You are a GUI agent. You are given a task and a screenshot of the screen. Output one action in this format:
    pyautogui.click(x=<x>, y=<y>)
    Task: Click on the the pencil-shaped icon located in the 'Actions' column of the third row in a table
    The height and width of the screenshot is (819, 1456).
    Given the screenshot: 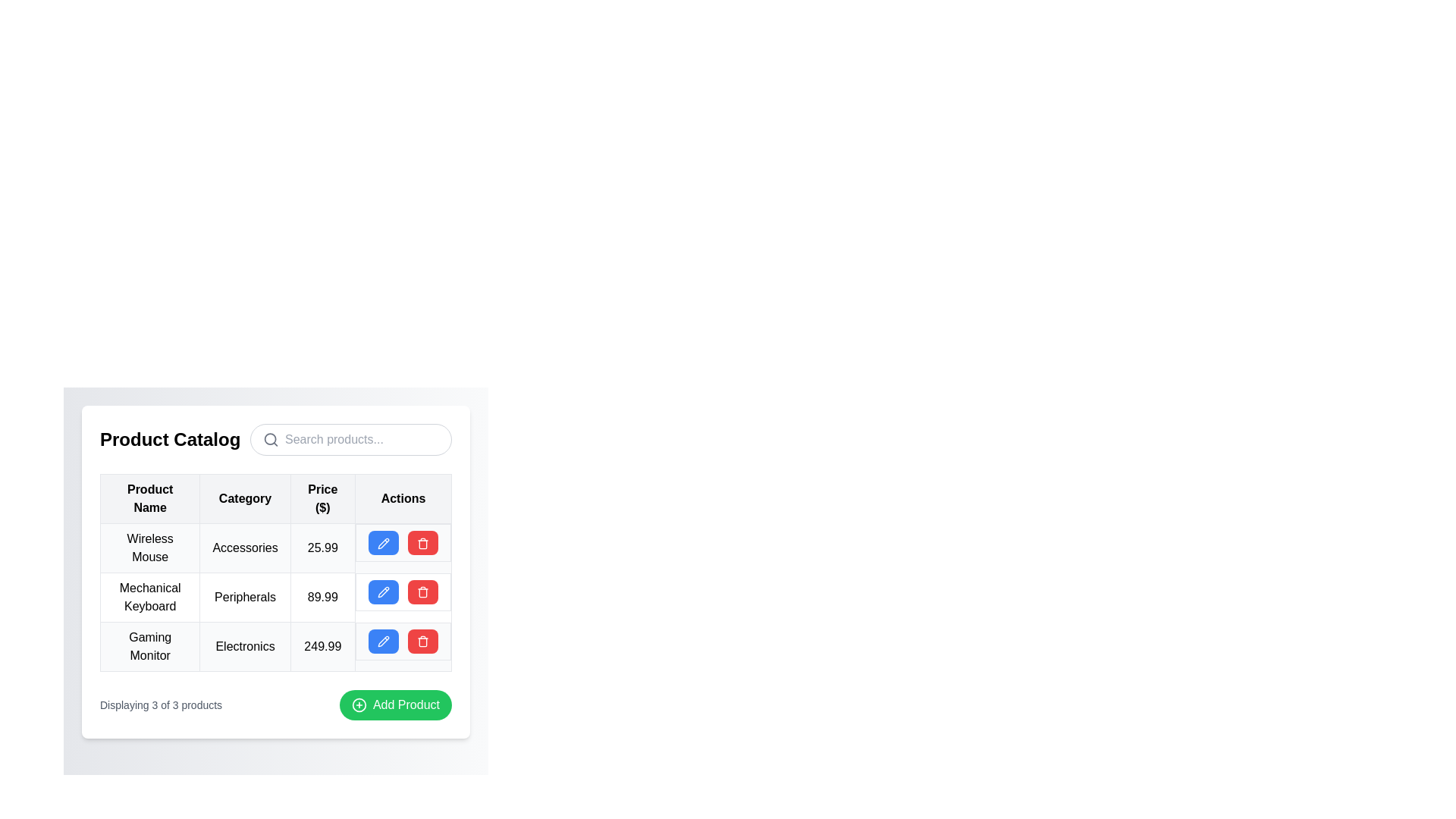 What is the action you would take?
    pyautogui.click(x=383, y=642)
    